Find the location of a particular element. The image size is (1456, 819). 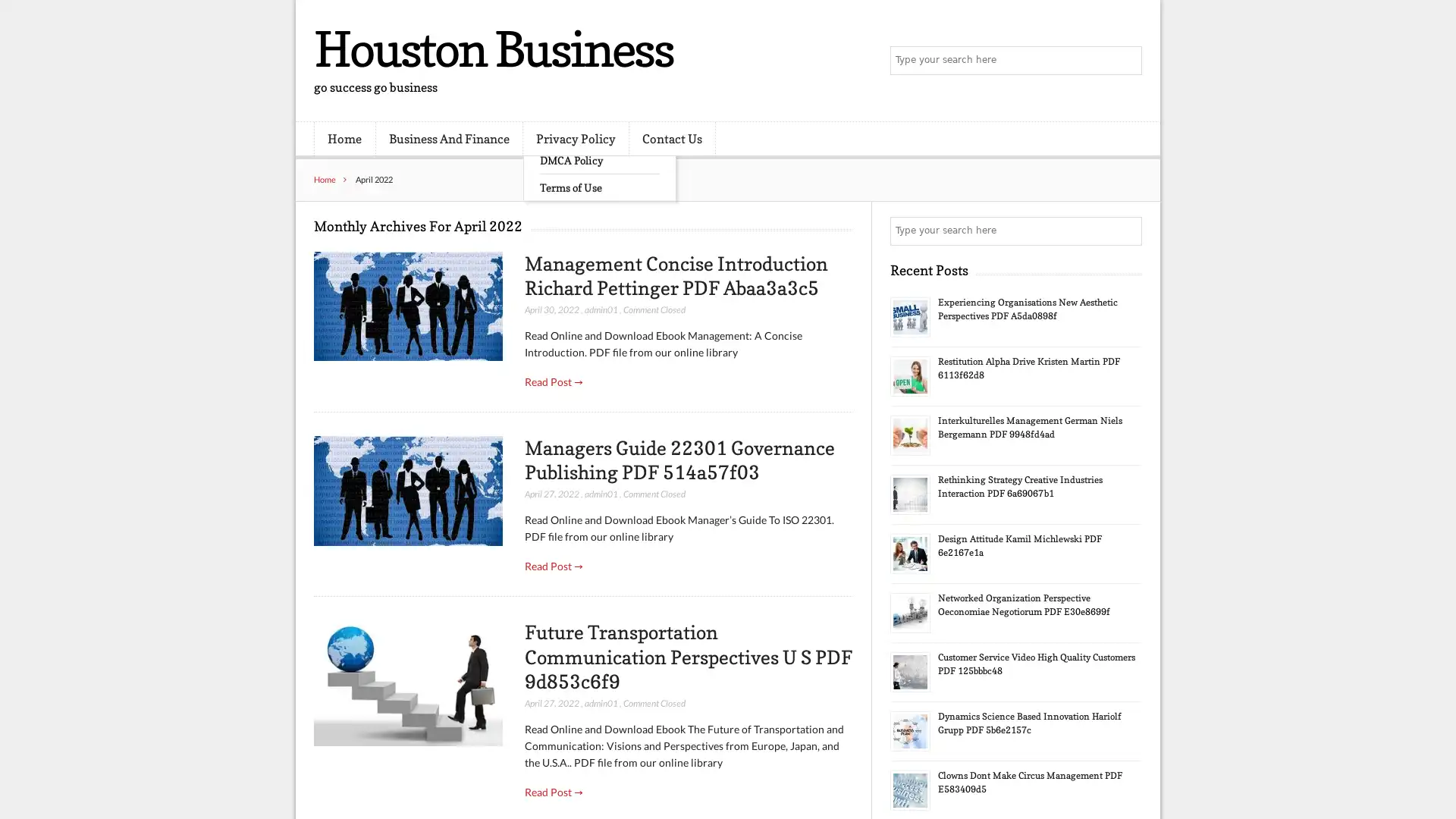

Search is located at coordinates (1126, 231).